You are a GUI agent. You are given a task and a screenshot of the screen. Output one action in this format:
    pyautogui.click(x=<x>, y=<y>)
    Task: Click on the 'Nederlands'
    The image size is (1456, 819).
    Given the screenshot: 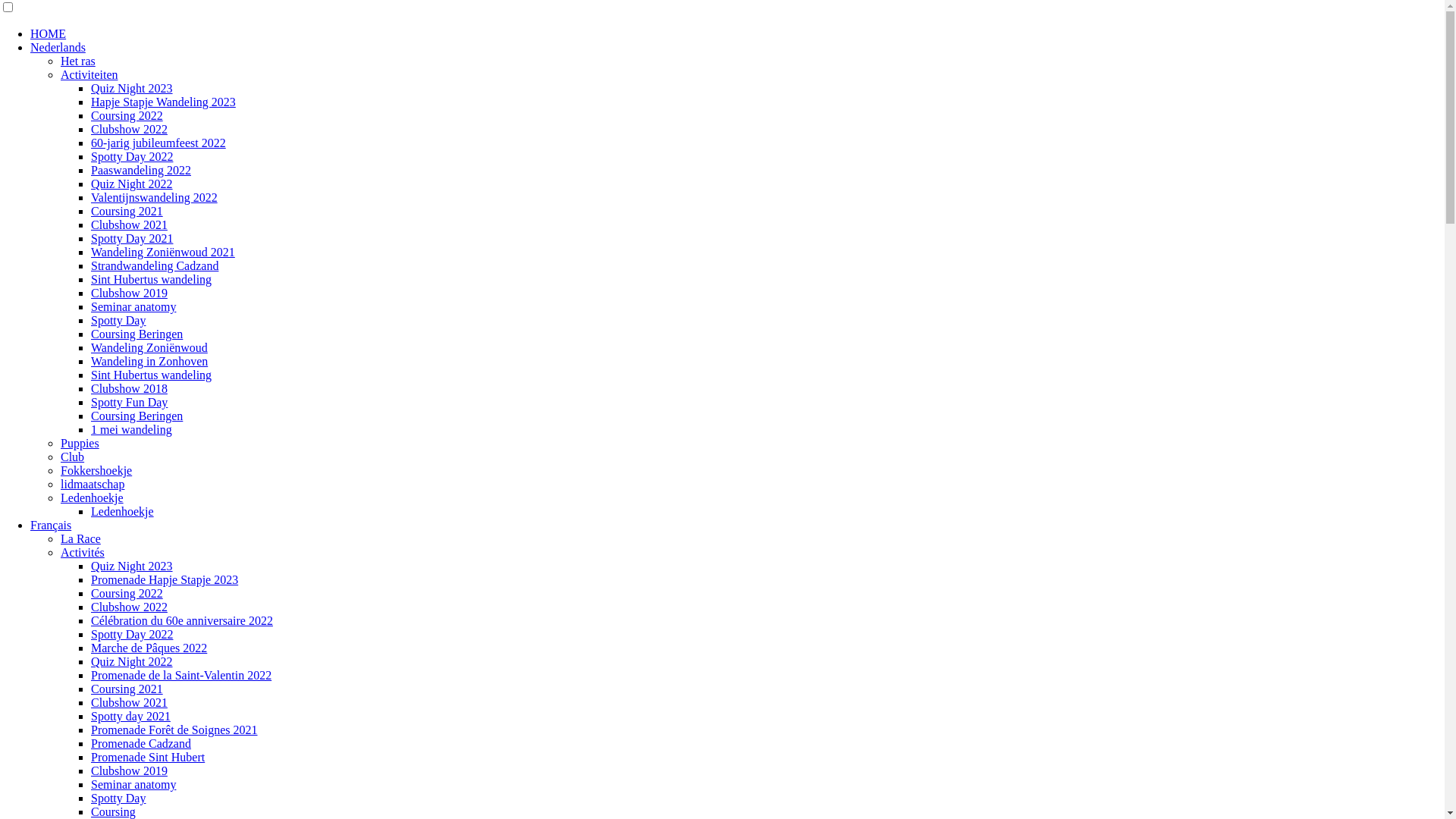 What is the action you would take?
    pyautogui.click(x=58, y=46)
    